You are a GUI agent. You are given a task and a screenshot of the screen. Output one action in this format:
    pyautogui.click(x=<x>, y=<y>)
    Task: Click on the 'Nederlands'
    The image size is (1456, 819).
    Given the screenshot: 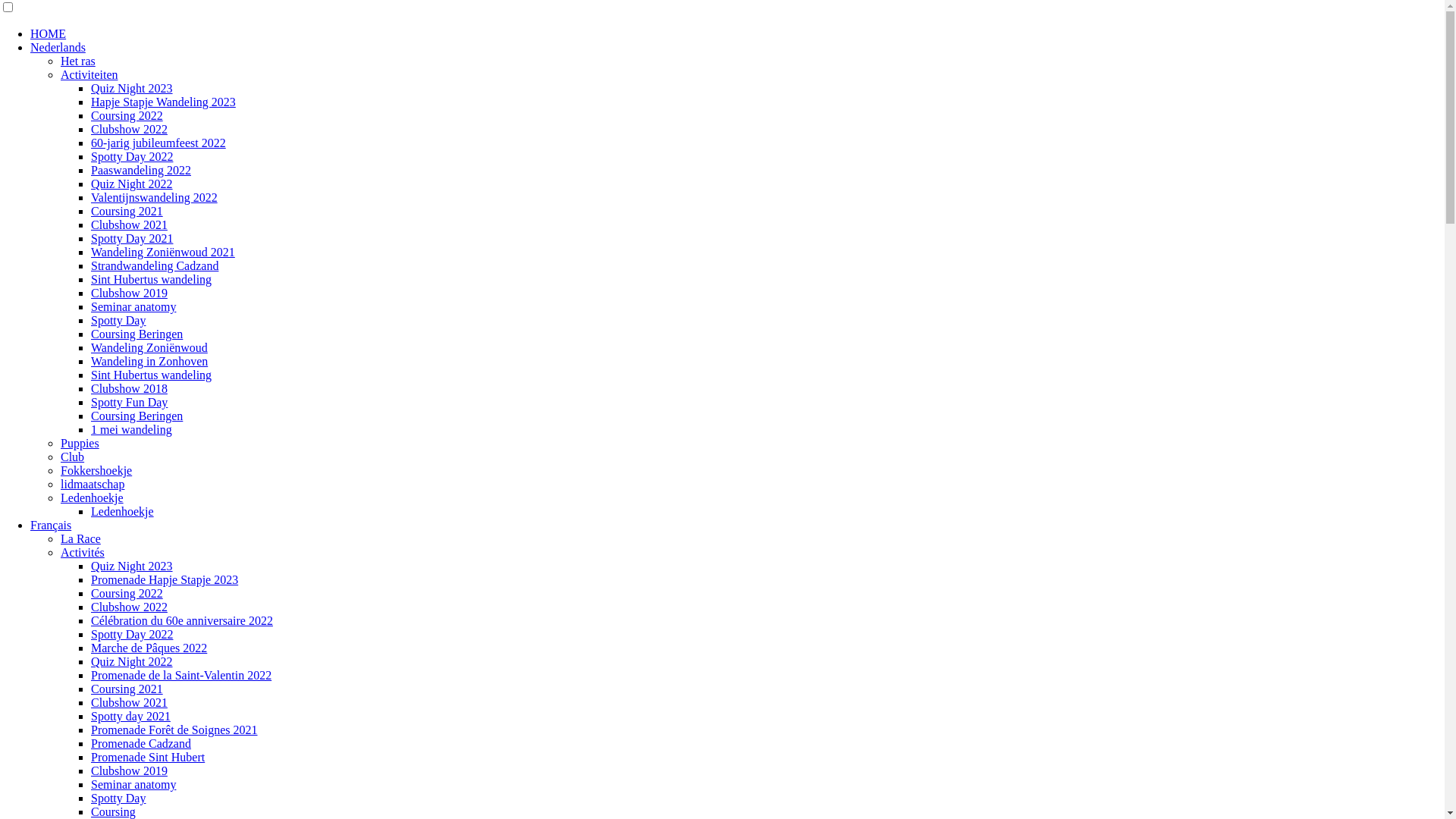 What is the action you would take?
    pyautogui.click(x=58, y=46)
    